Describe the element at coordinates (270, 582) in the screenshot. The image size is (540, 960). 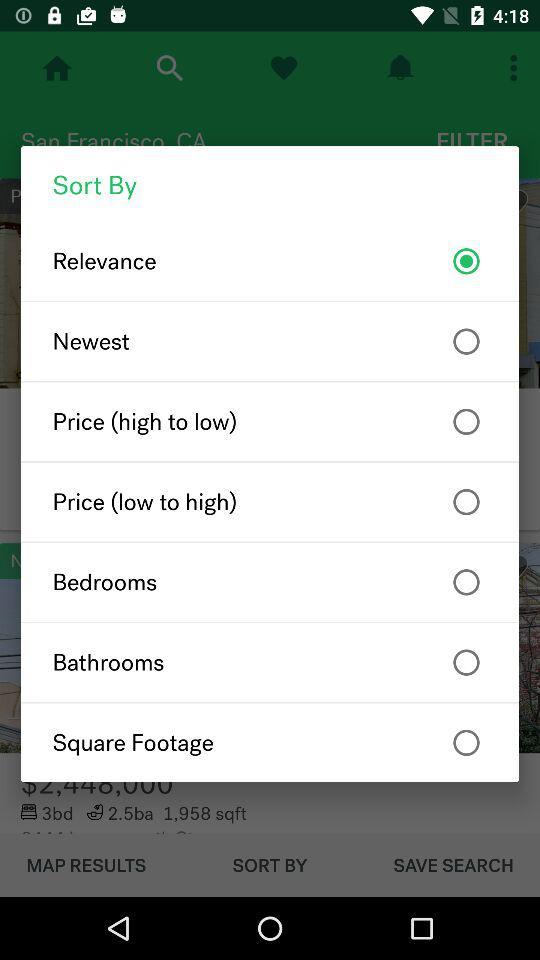
I see `icon below price low to icon` at that location.